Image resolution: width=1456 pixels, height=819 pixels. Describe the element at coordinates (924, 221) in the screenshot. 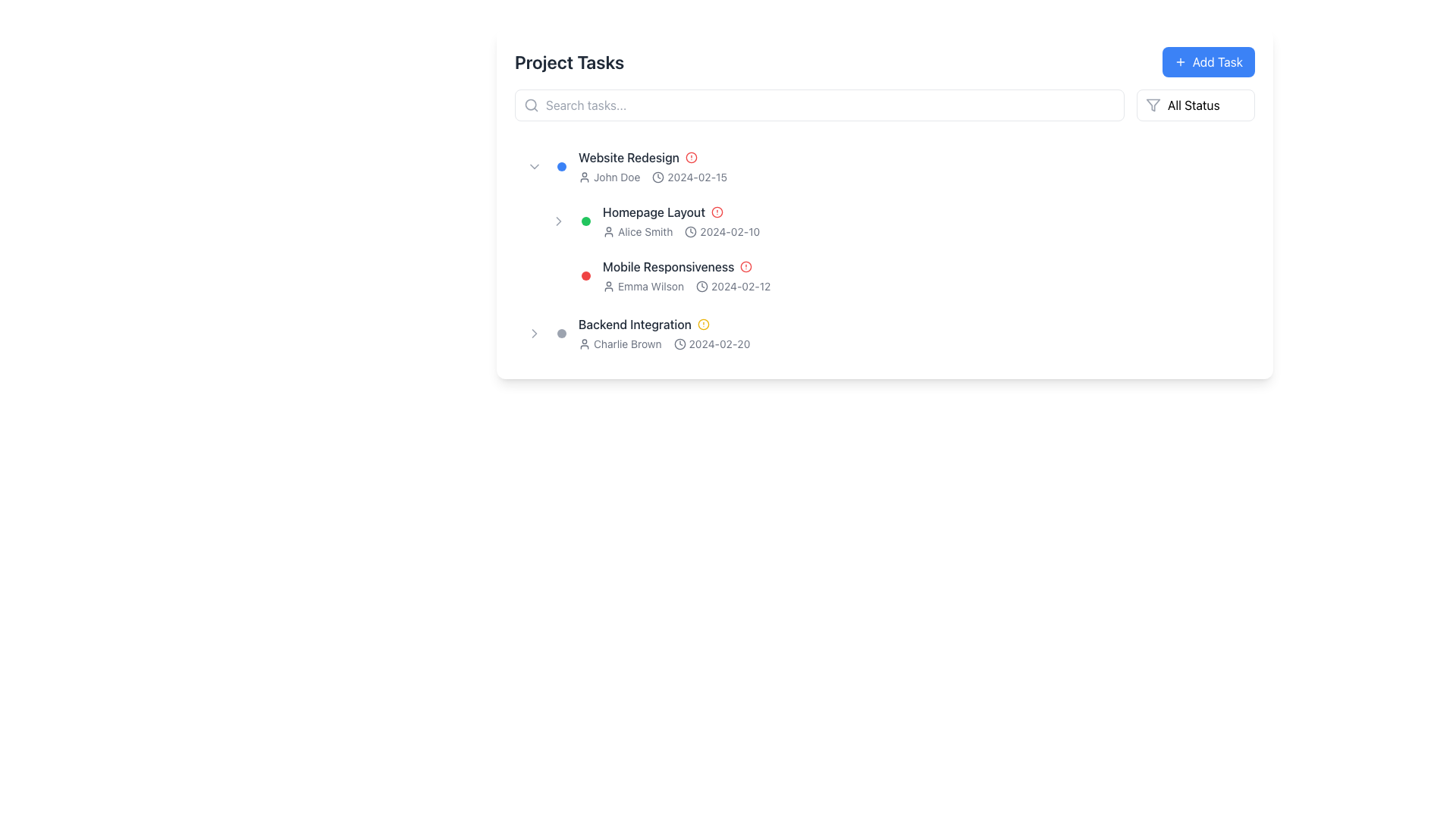

I see `the task entry element in the 'Project Tasks' section that contains a title, a name, and a date, which is positioned as the second row under 'Website Redesign'` at that location.